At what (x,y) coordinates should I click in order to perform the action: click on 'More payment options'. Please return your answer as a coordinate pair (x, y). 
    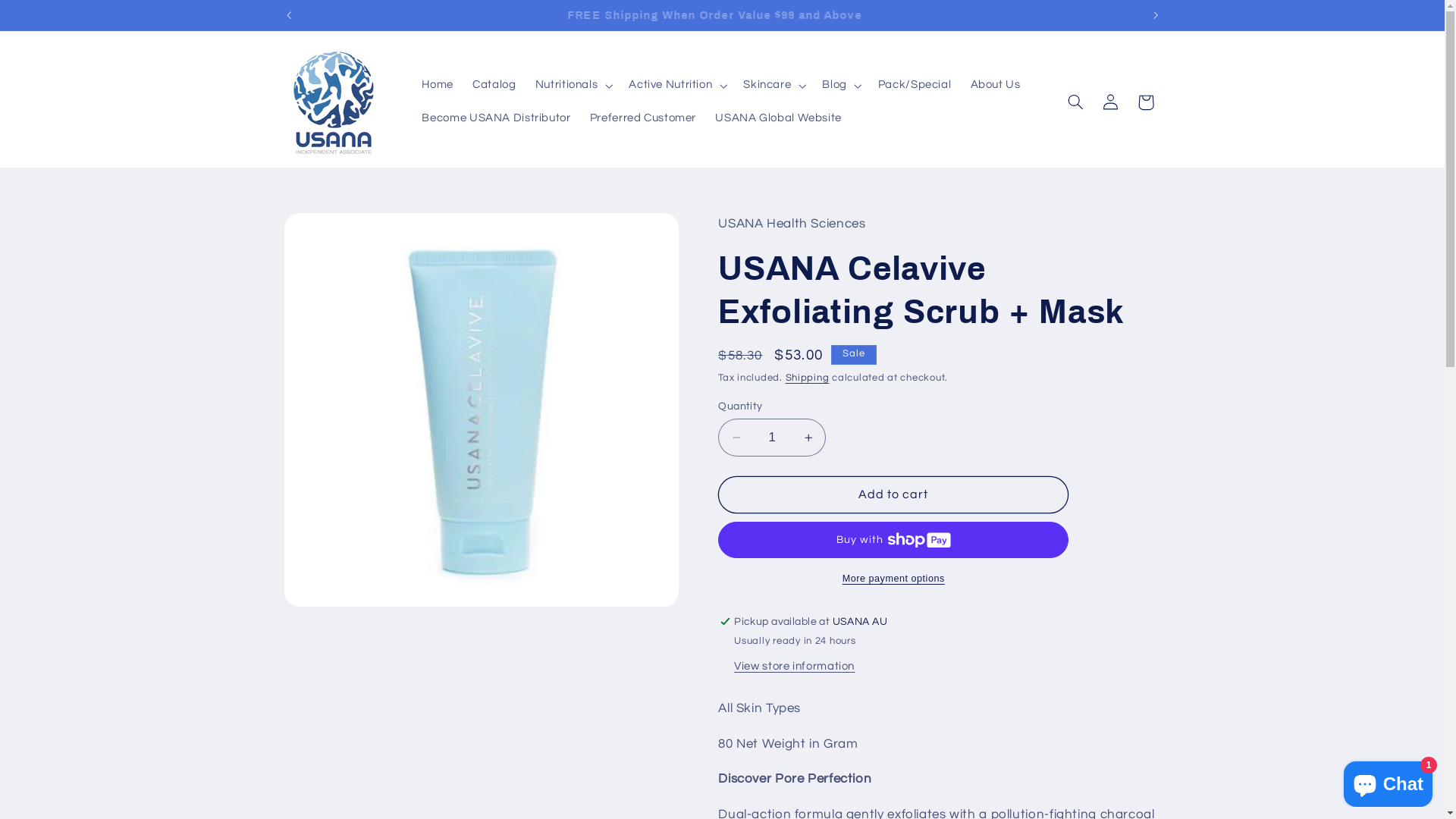
    Looking at the image, I should click on (893, 579).